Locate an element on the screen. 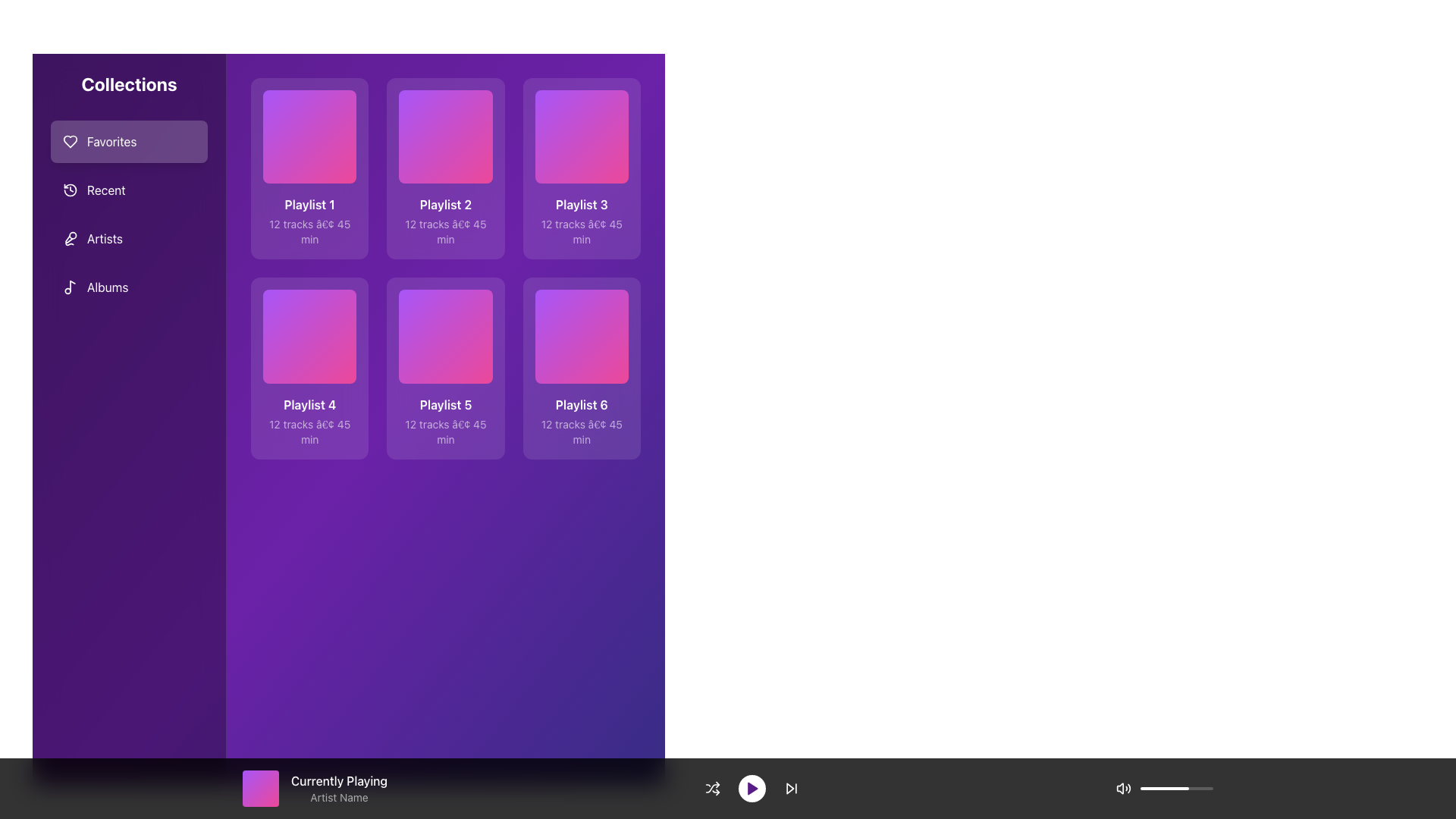  the music playlist card located in the first row, third column of the grid is located at coordinates (581, 168).